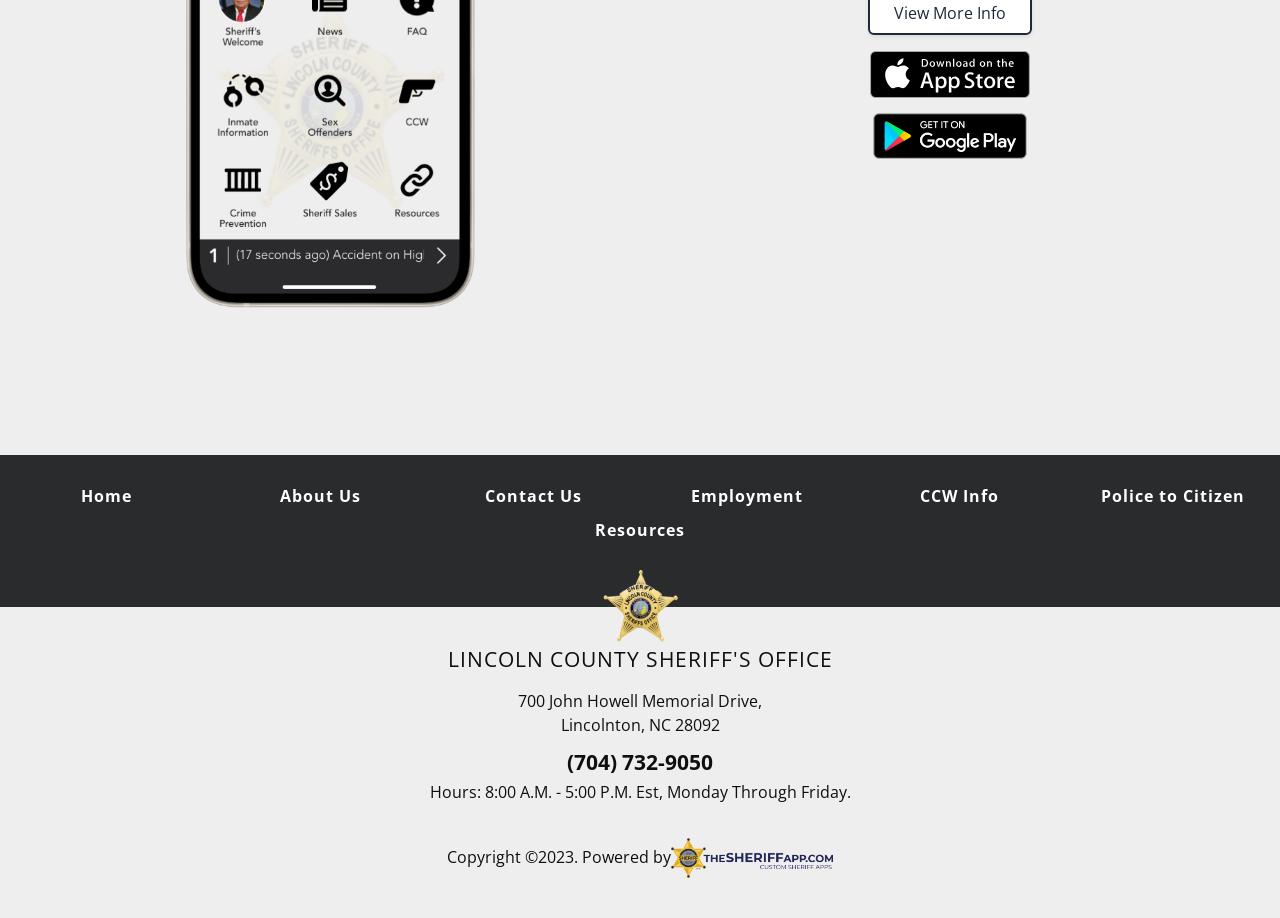  Describe the element at coordinates (555, 856) in the screenshot. I see `'2023'` at that location.